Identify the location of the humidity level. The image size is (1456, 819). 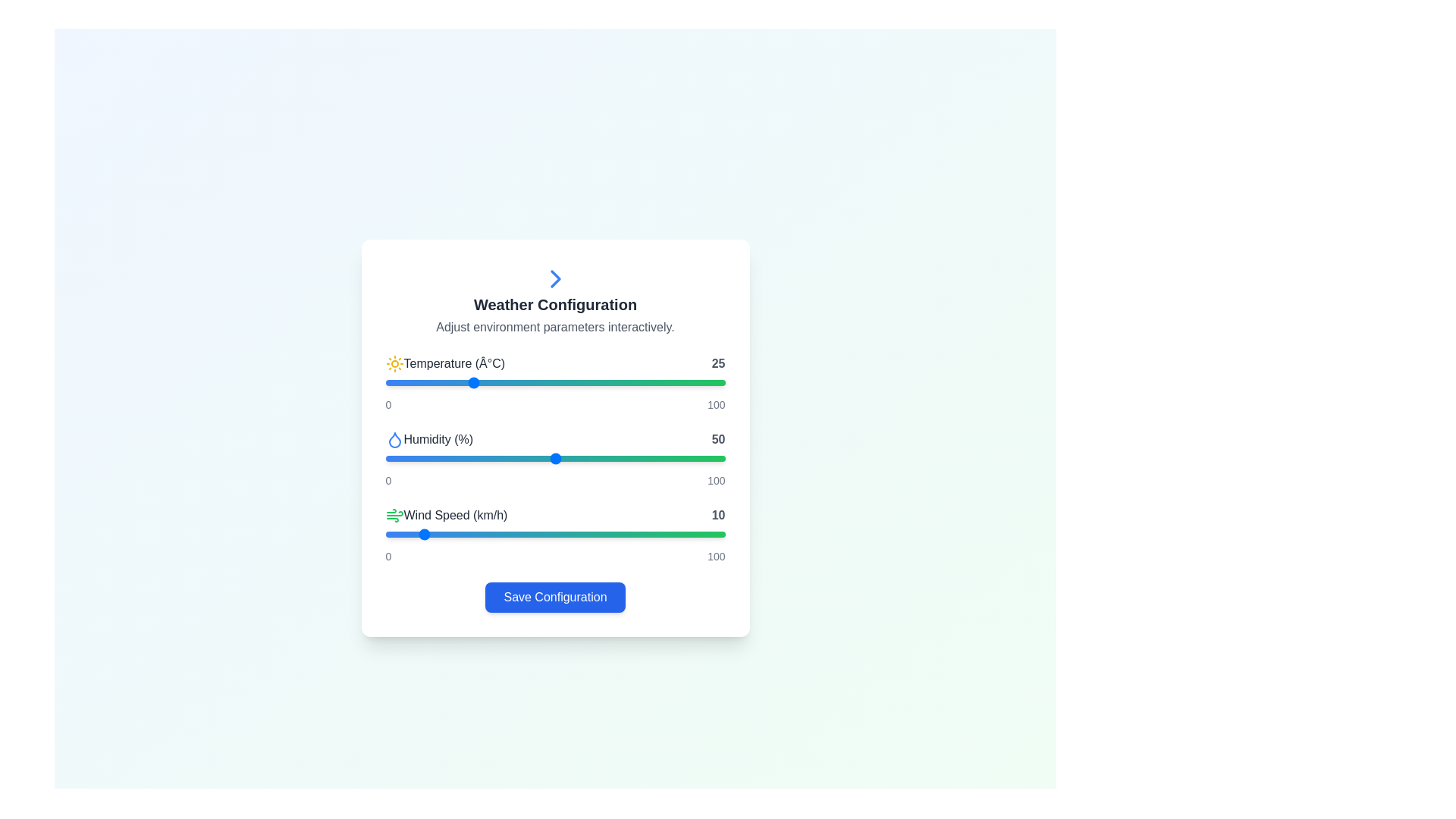
(626, 458).